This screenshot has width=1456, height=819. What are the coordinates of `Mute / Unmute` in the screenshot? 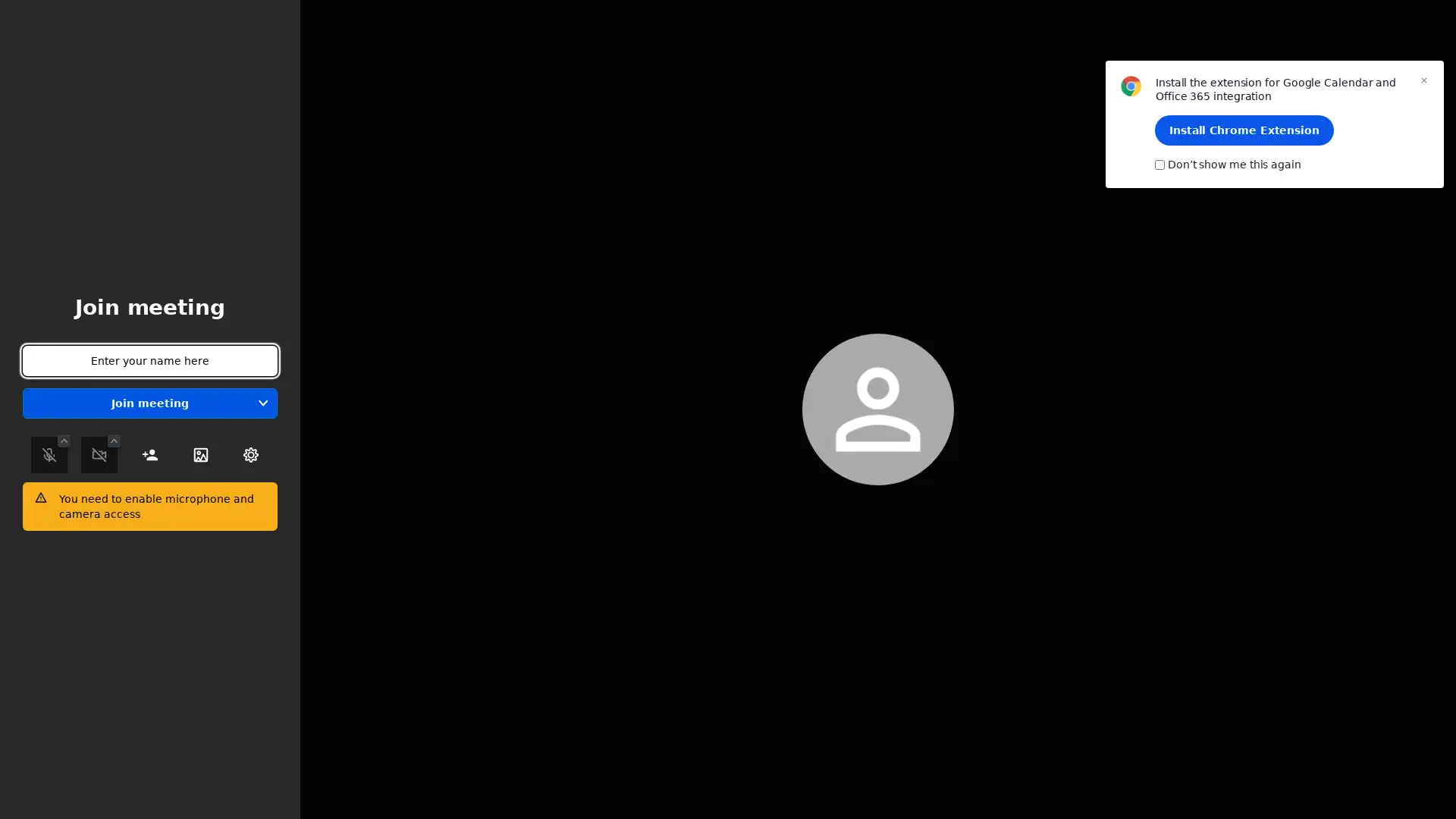 It's located at (48, 454).